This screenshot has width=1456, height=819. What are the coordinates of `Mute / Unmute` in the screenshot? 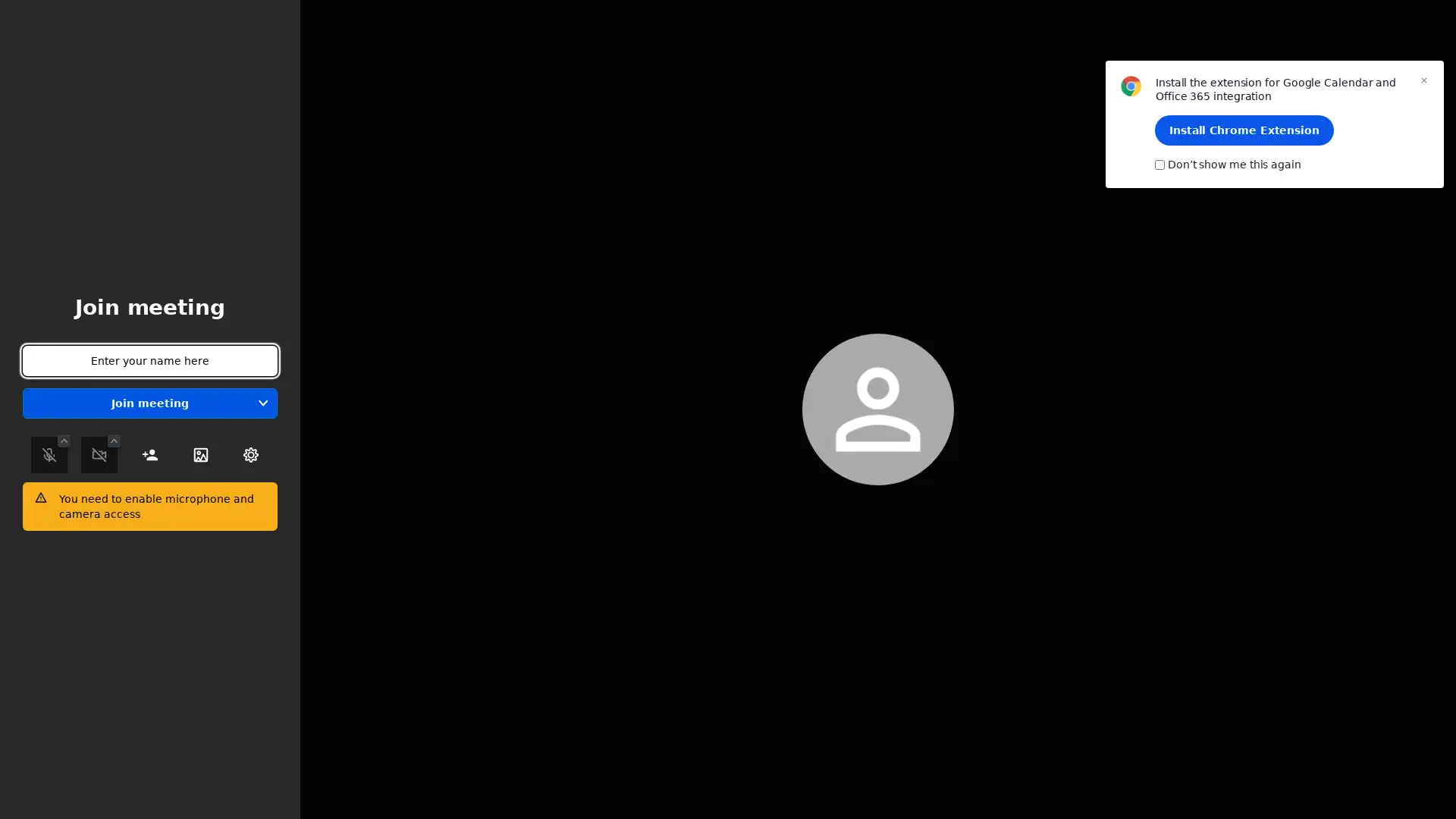 It's located at (48, 454).